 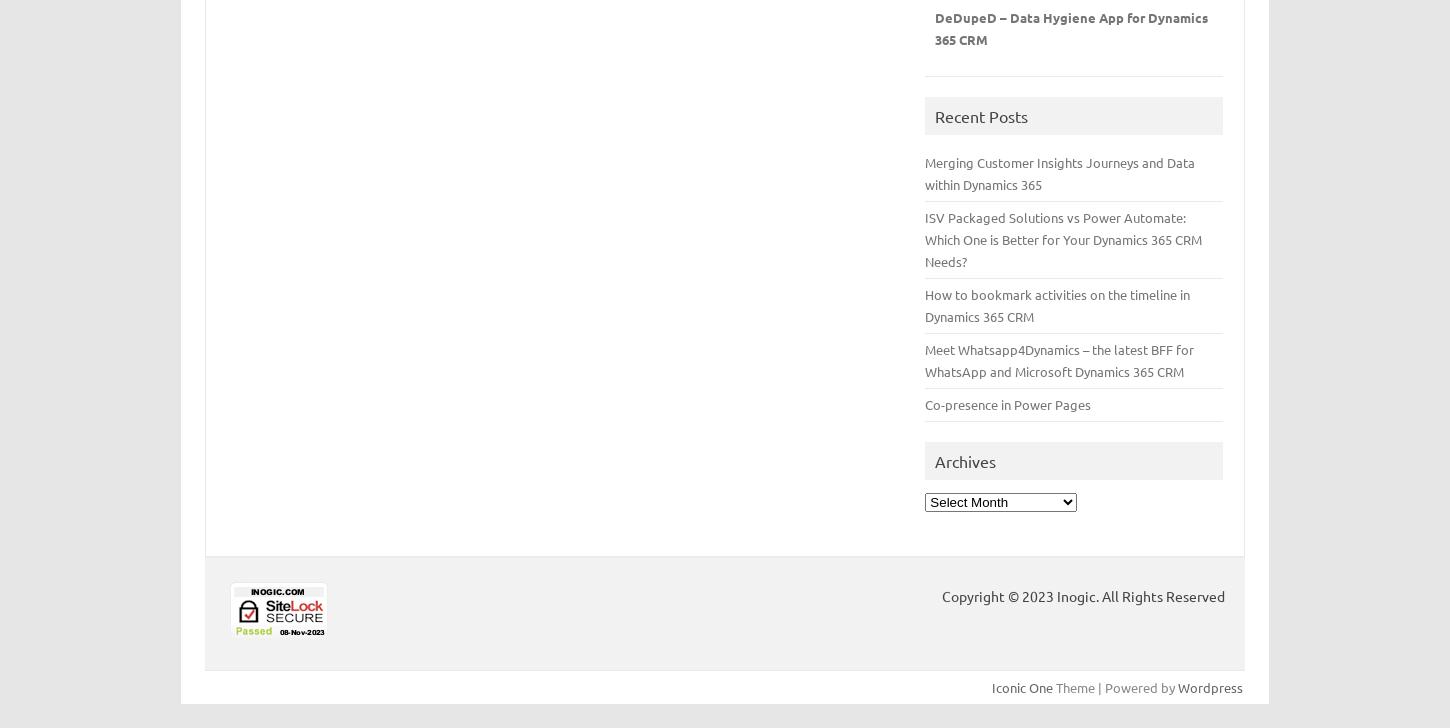 What do you see at coordinates (1063, 238) in the screenshot?
I see `'ISV Packaged Solutions vs Power Automate: Which One is Better for Your Dynamics 365 CRM Needs?'` at bounding box center [1063, 238].